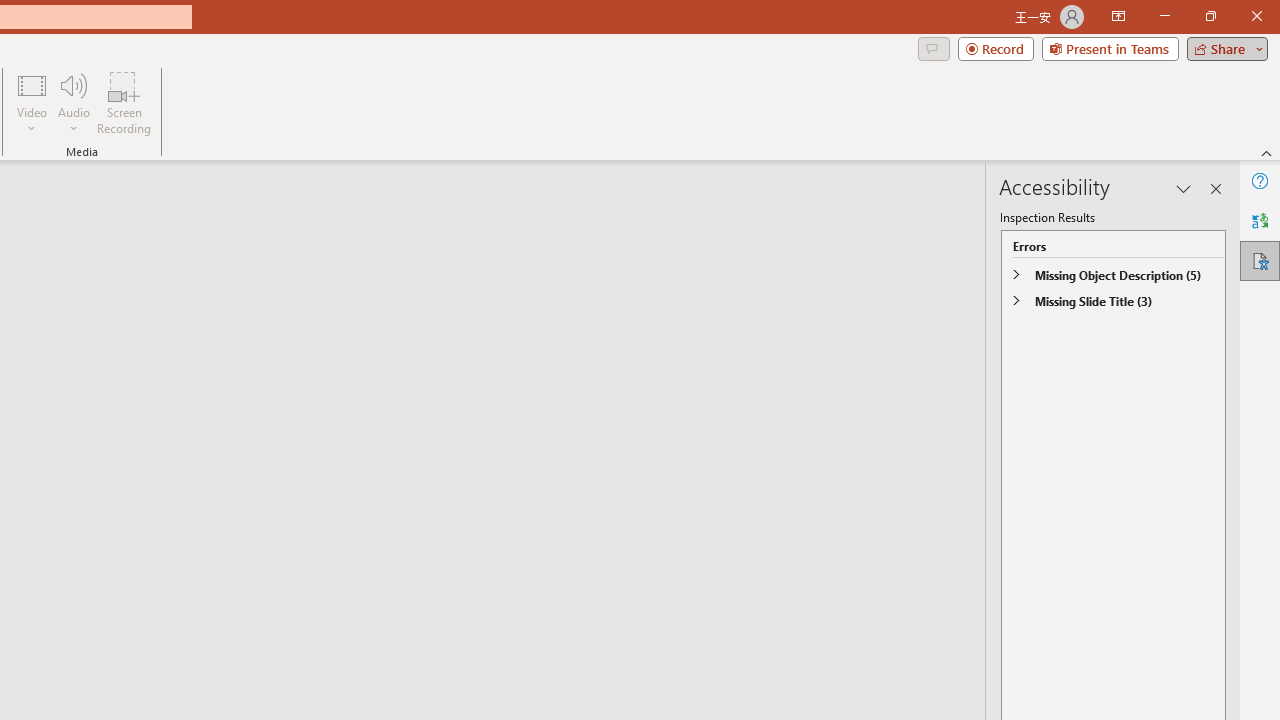 The height and width of the screenshot is (720, 1280). I want to click on 'Close pane', so click(1215, 189).